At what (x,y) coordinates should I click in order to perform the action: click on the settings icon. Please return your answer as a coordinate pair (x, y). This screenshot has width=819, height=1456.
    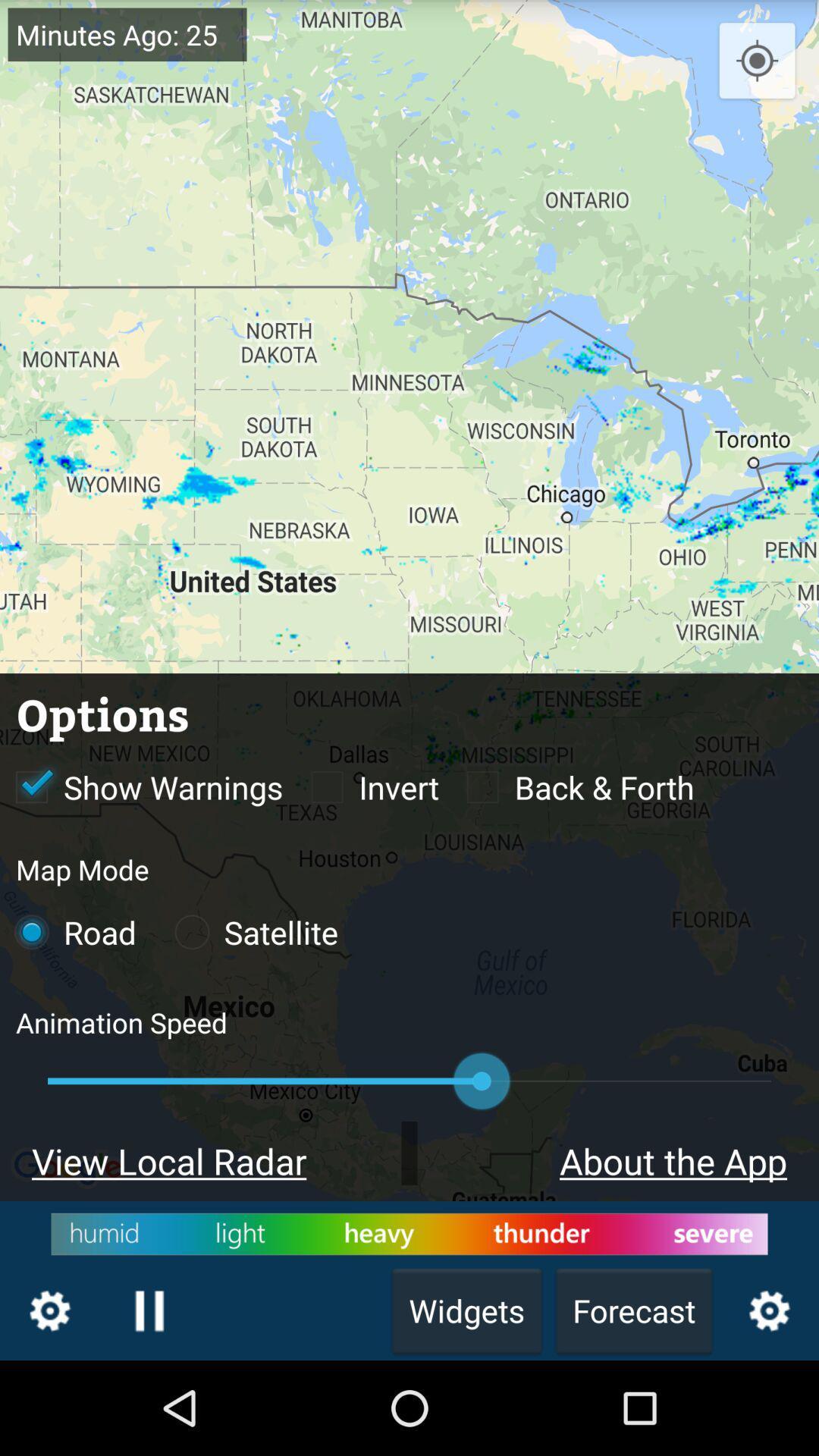
    Looking at the image, I should click on (769, 1401).